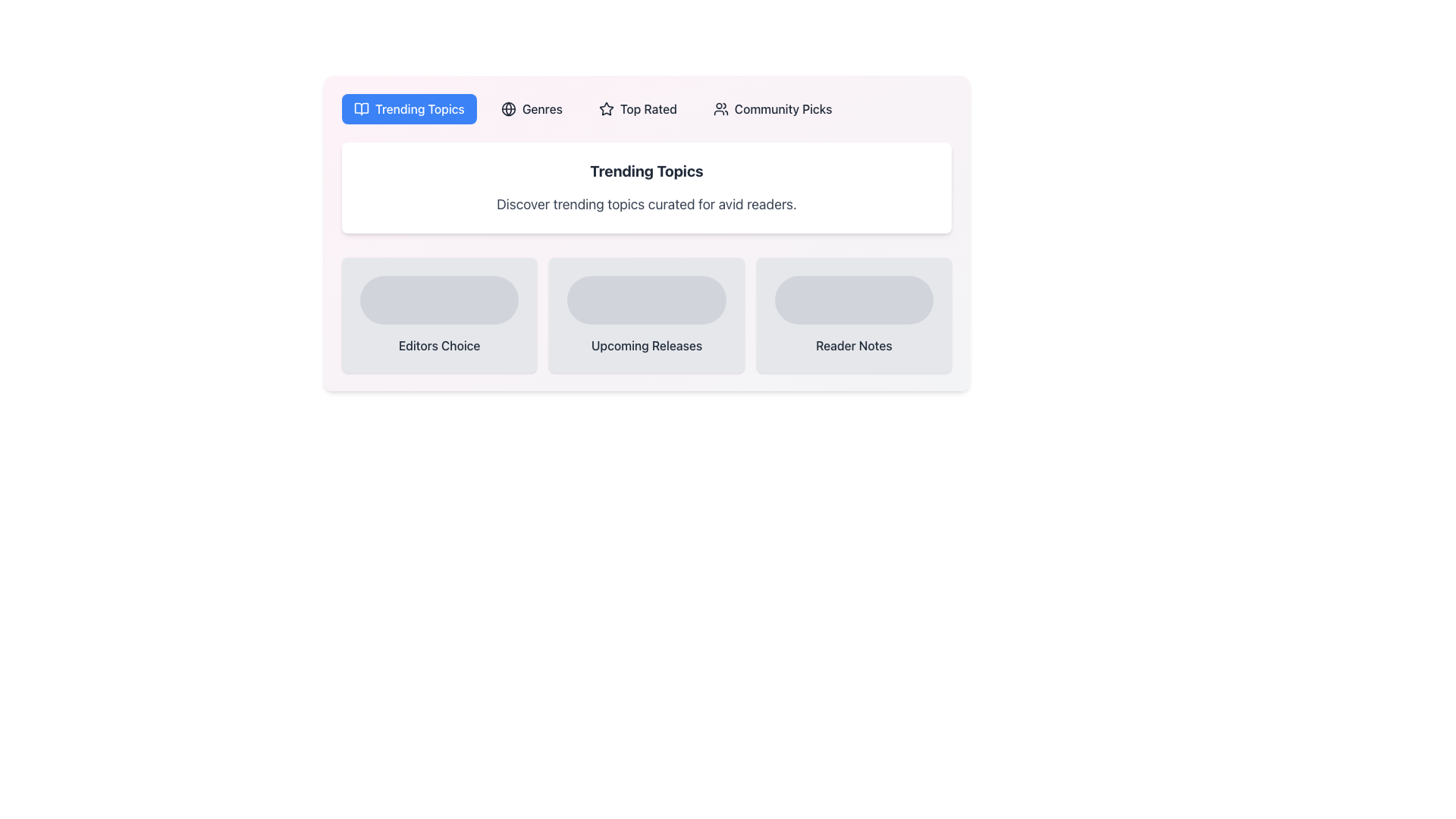  Describe the element at coordinates (605, 108) in the screenshot. I see `the star-shaped icon with a hollow center, located near the 'Top Rated' text in the navigation bar` at that location.